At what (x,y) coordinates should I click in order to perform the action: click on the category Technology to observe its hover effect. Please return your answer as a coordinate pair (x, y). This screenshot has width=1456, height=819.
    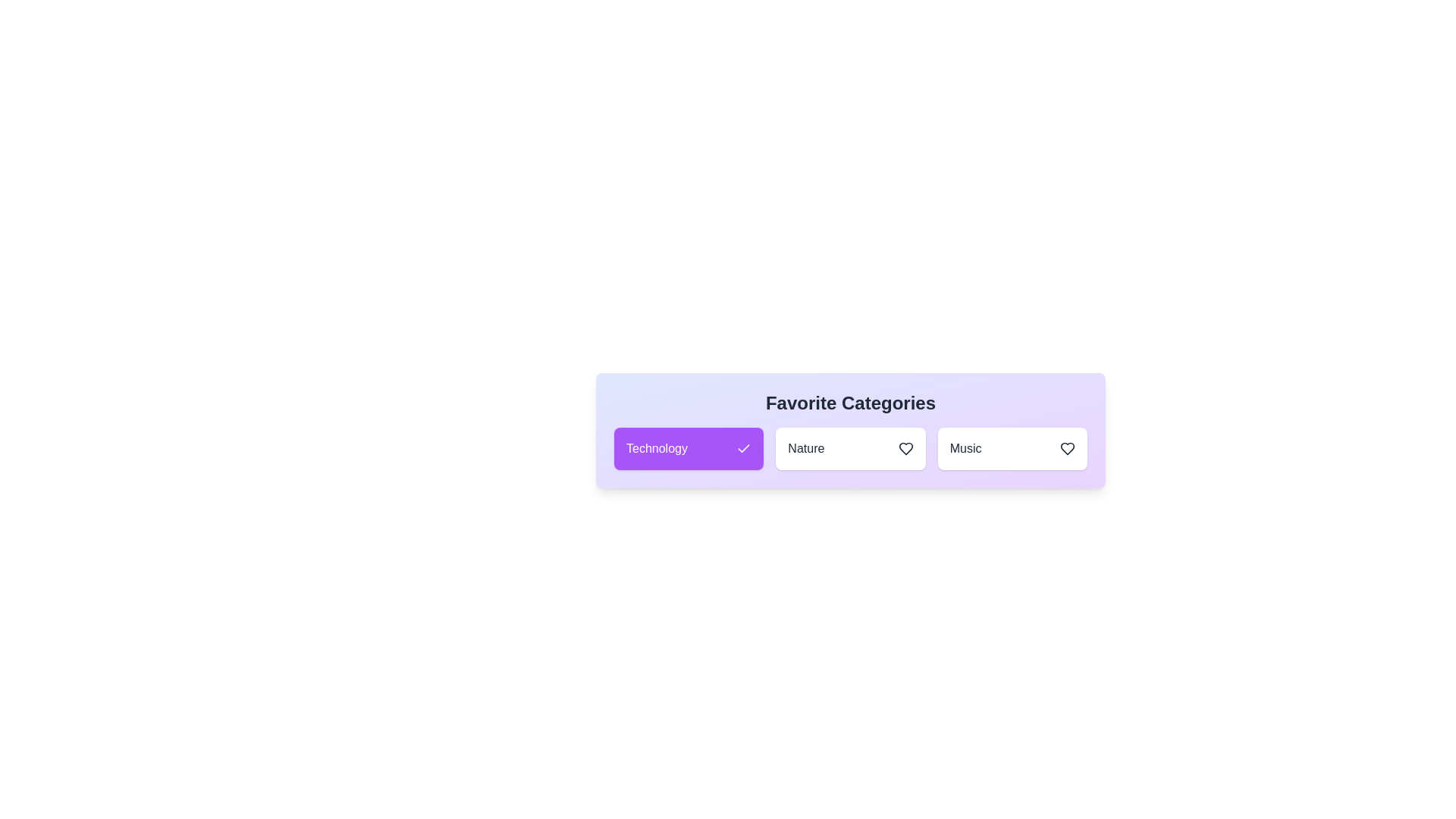
    Looking at the image, I should click on (688, 447).